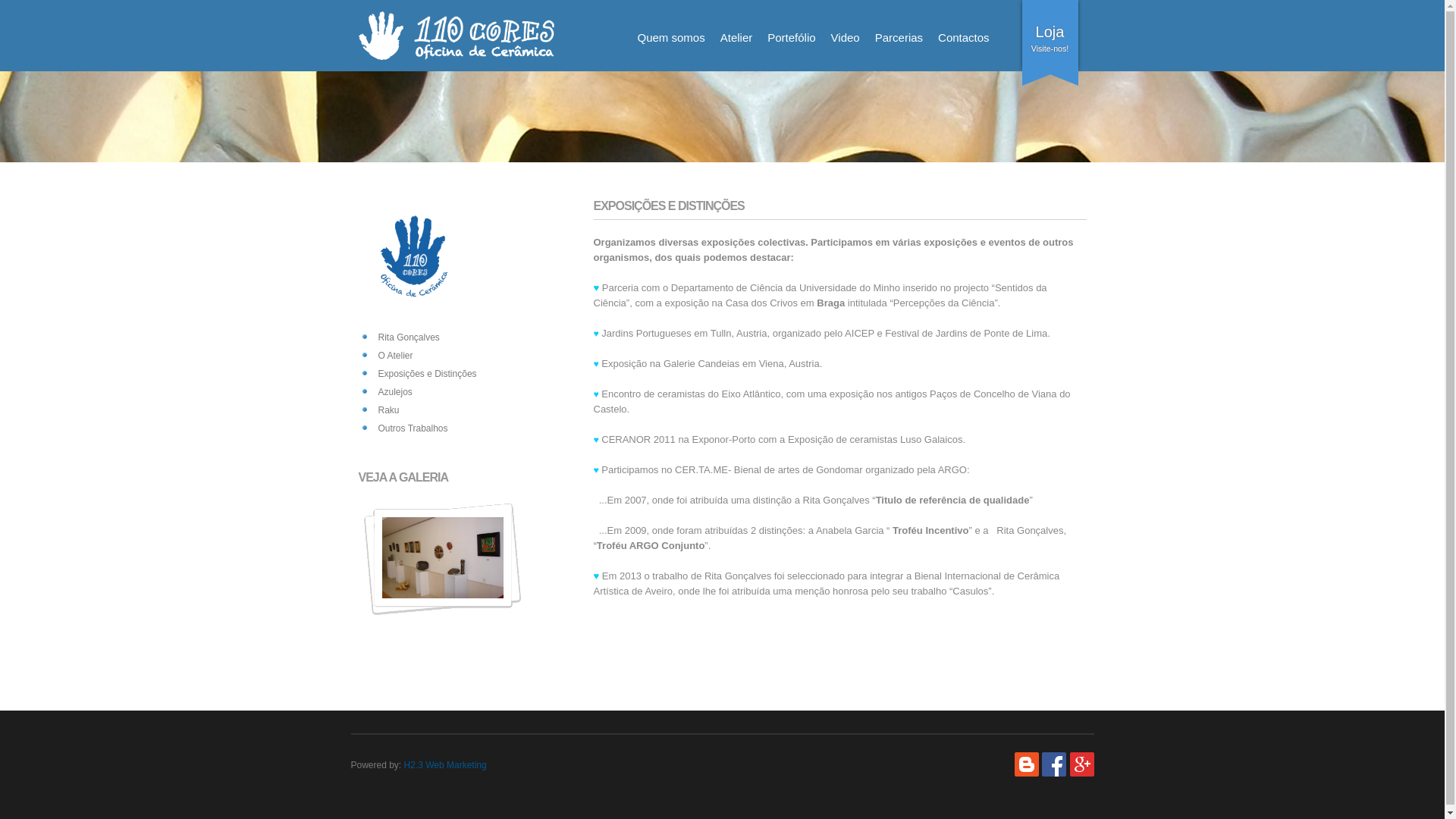 Image resolution: width=1456 pixels, height=819 pixels. Describe the element at coordinates (384, 391) in the screenshot. I see `'Azulejos'` at that location.